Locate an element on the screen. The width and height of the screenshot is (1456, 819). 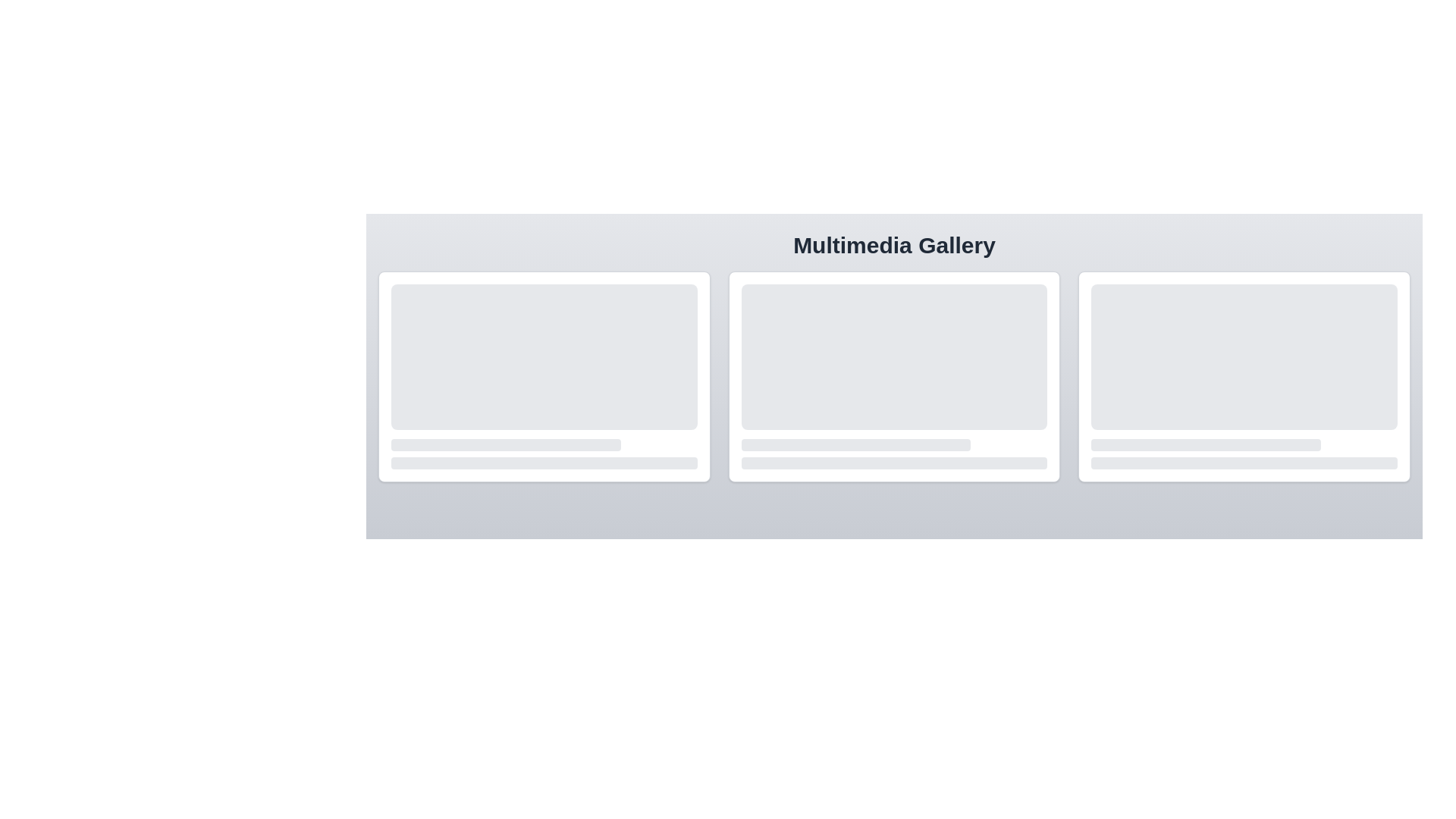
the visual placeholder, which is a rectangular area with rounded corners and a light gray background that indicates loading elements is located at coordinates (544, 356).